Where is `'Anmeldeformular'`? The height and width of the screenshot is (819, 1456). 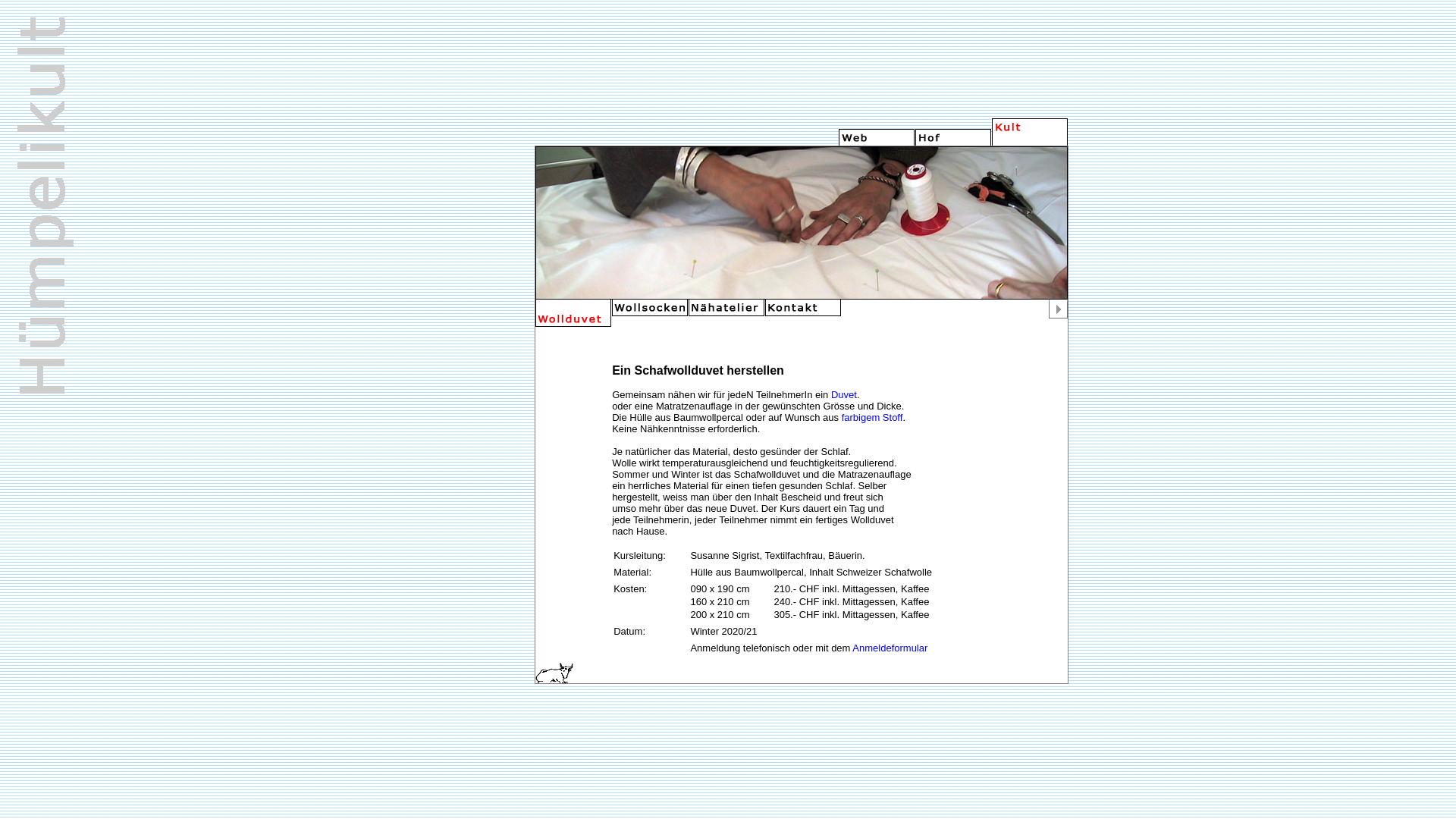 'Anmeldeformular' is located at coordinates (890, 648).